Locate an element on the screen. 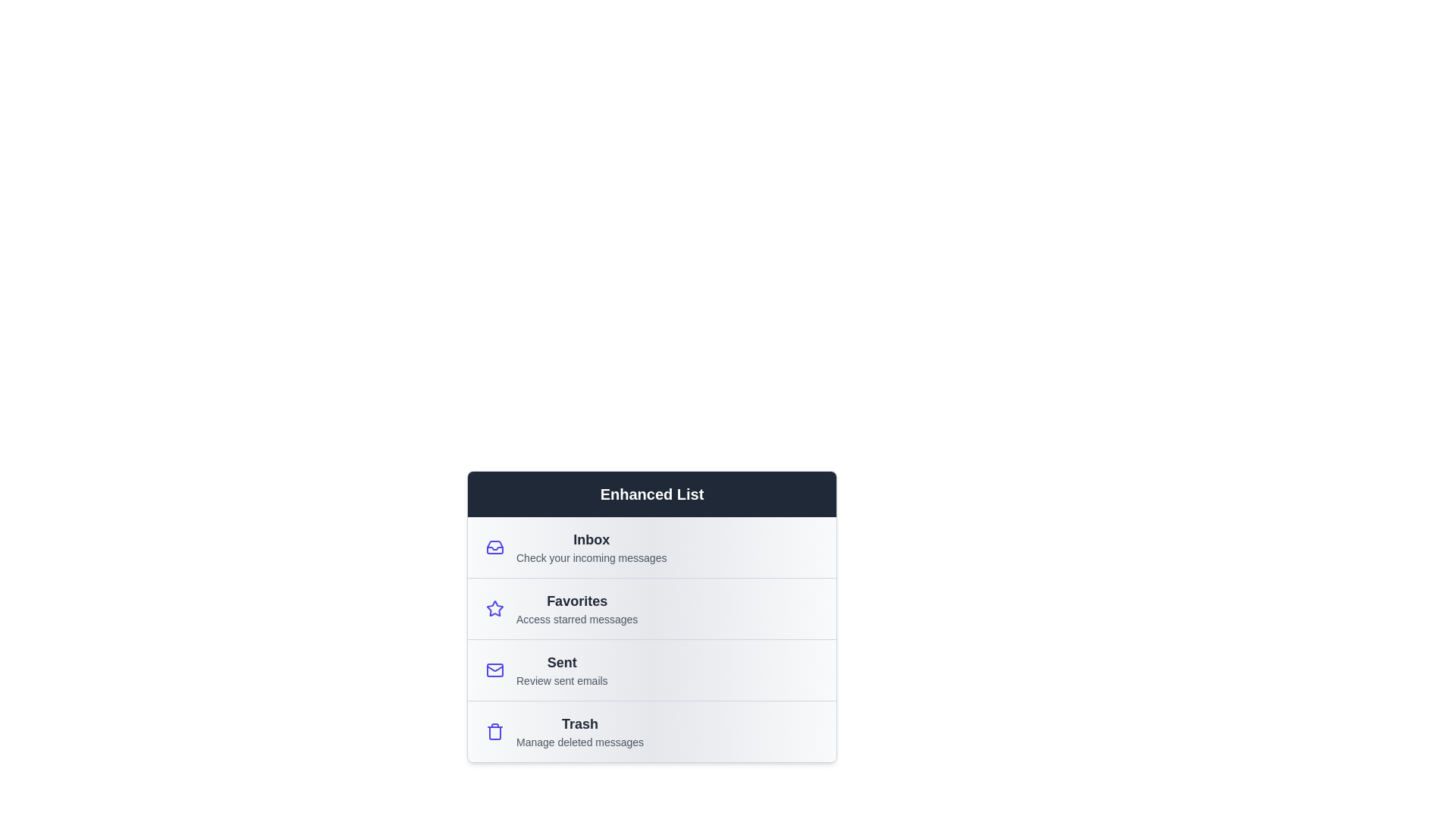 The height and width of the screenshot is (819, 1456). the envelope icon with a blue border located to the left of the 'Sent' text in the 'Enhanced List' interface is located at coordinates (494, 669).